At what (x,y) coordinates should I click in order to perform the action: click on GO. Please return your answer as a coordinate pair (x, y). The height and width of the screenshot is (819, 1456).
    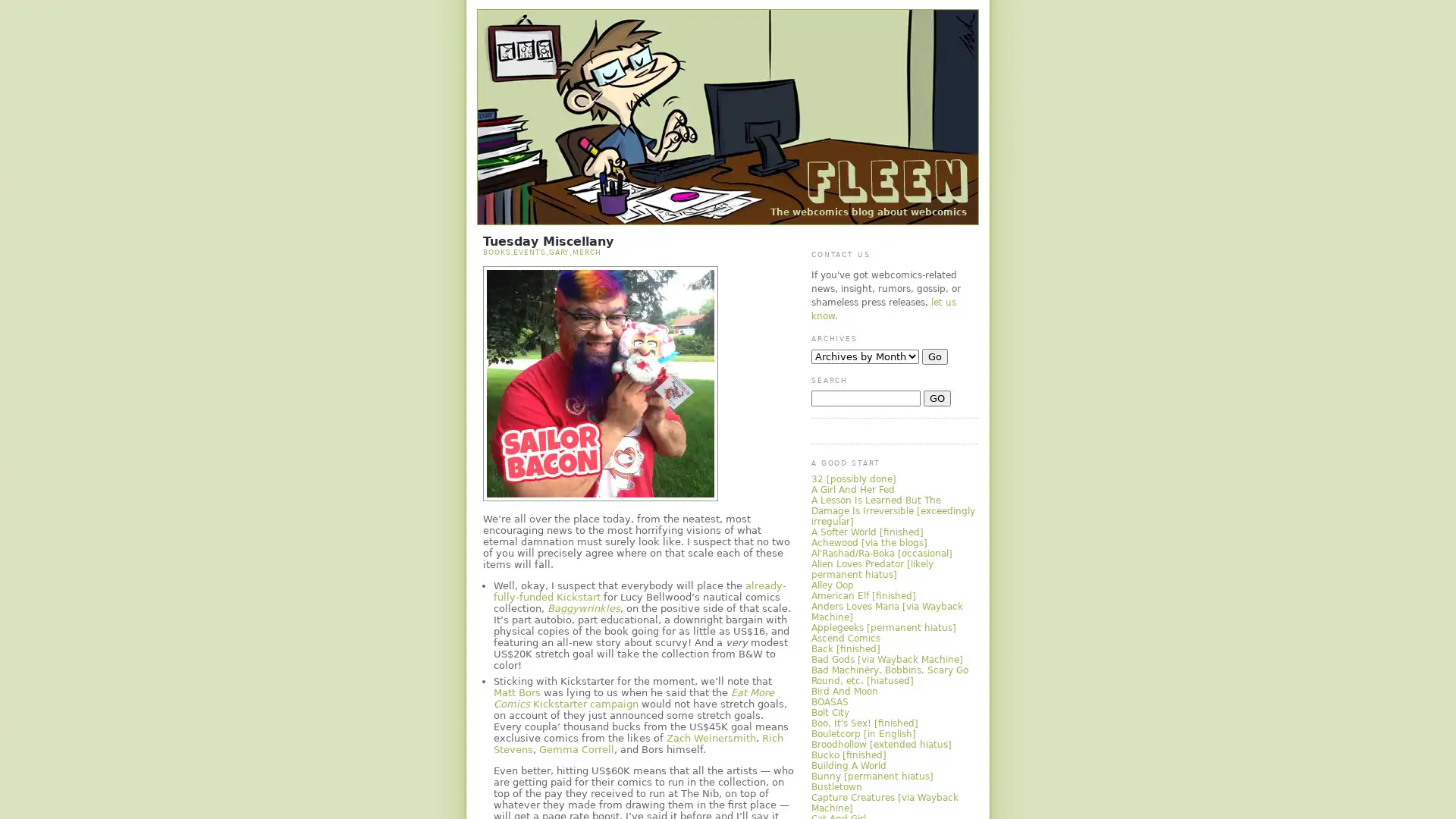
    Looking at the image, I should click on (937, 397).